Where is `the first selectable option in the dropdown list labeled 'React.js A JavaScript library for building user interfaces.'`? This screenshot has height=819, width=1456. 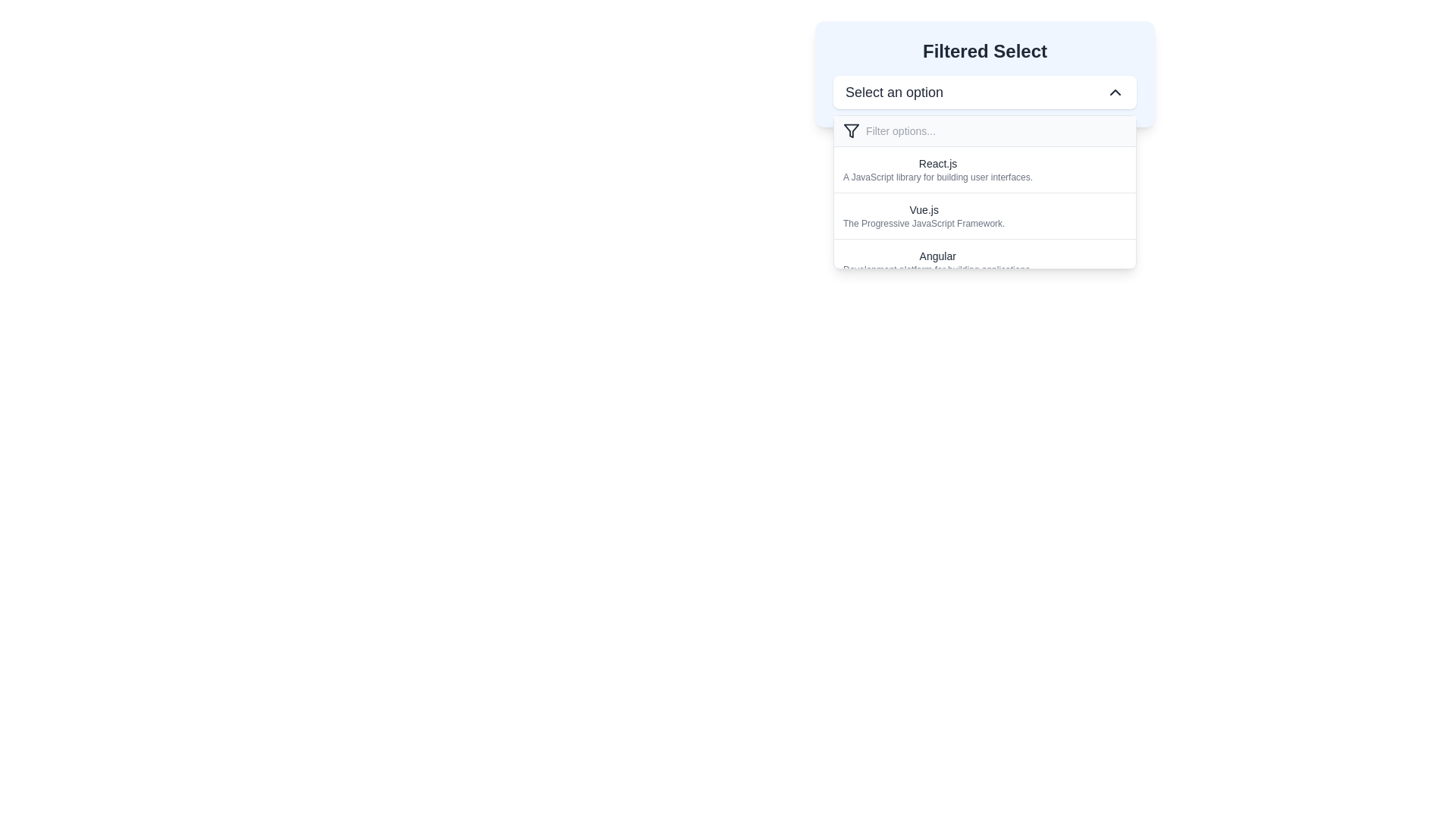
the first selectable option in the dropdown list labeled 'React.js A JavaScript library for building user interfaces.' is located at coordinates (985, 191).